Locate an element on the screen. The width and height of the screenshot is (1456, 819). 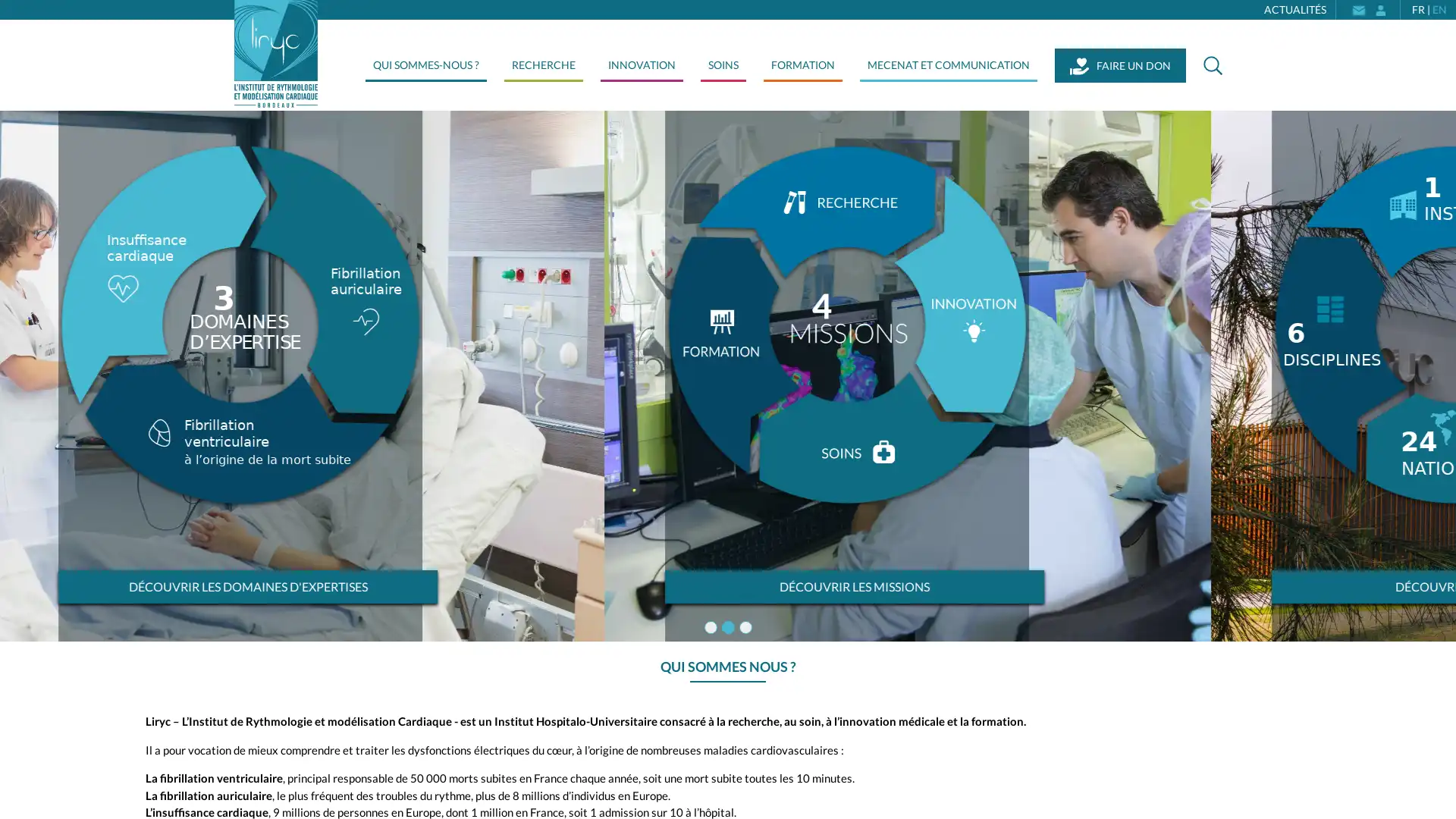
Next is located at coordinates (22, 651).